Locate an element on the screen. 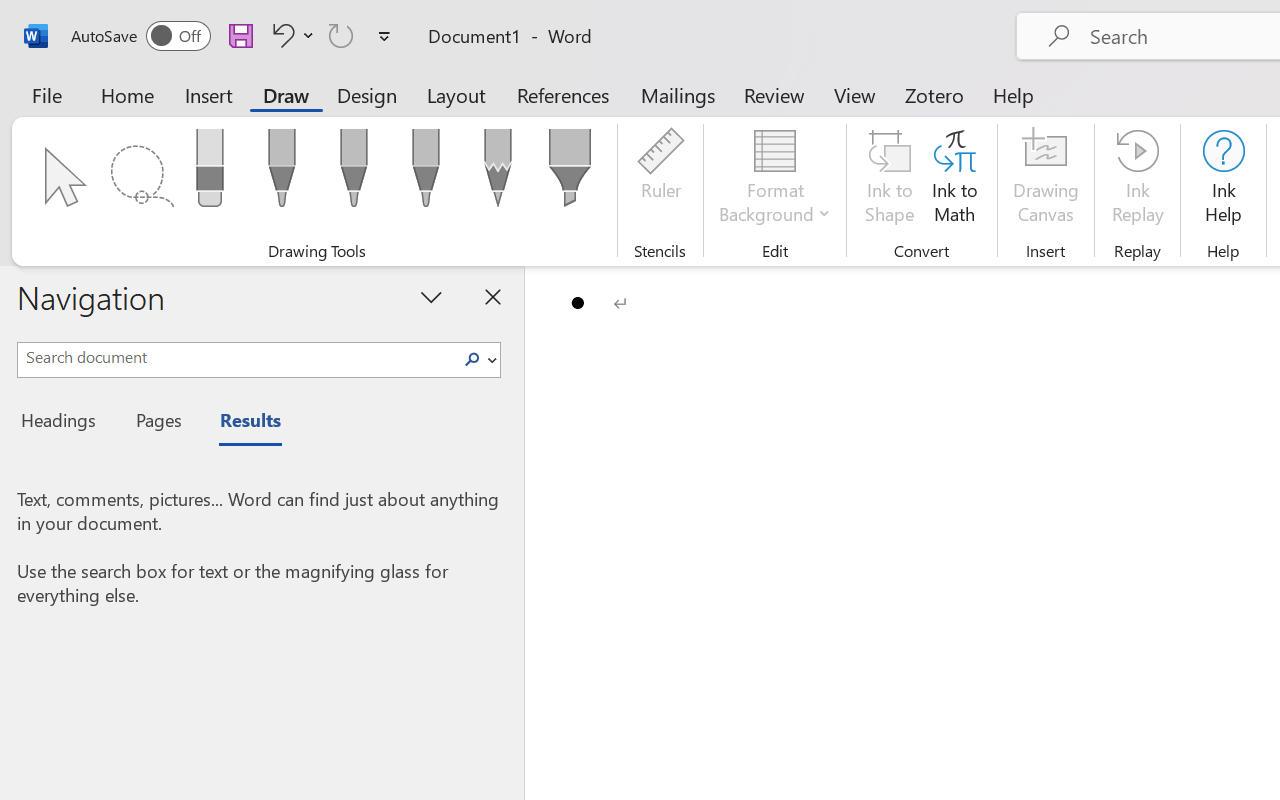 This screenshot has width=1280, height=800. 'Results' is located at coordinates (240, 423).